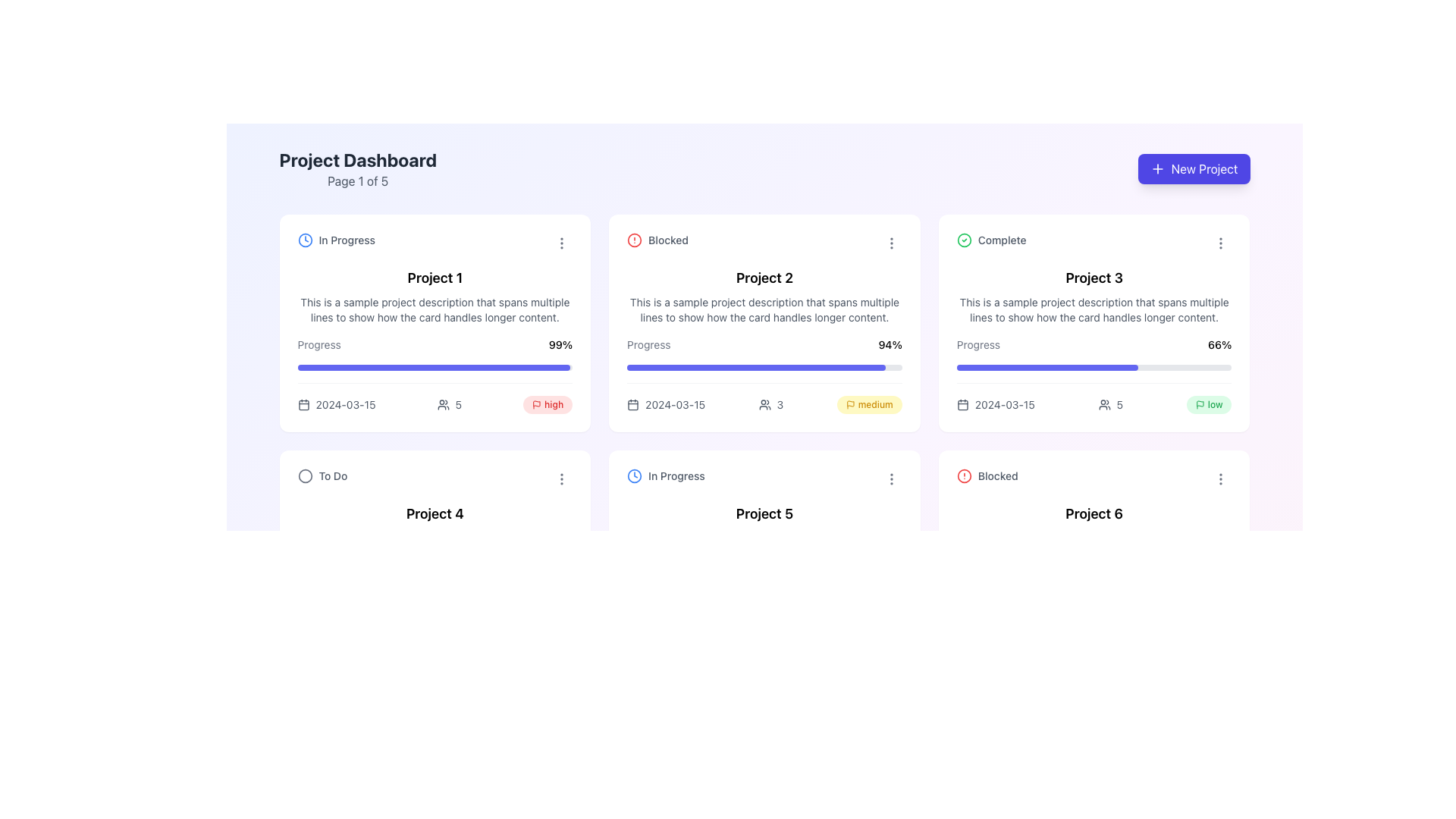 The image size is (1456, 819). What do you see at coordinates (1104, 403) in the screenshot?
I see `the user silhouettes icon styled in gray, located to the left of the numeric indicator '5', within the card for 'Project 3'` at bounding box center [1104, 403].